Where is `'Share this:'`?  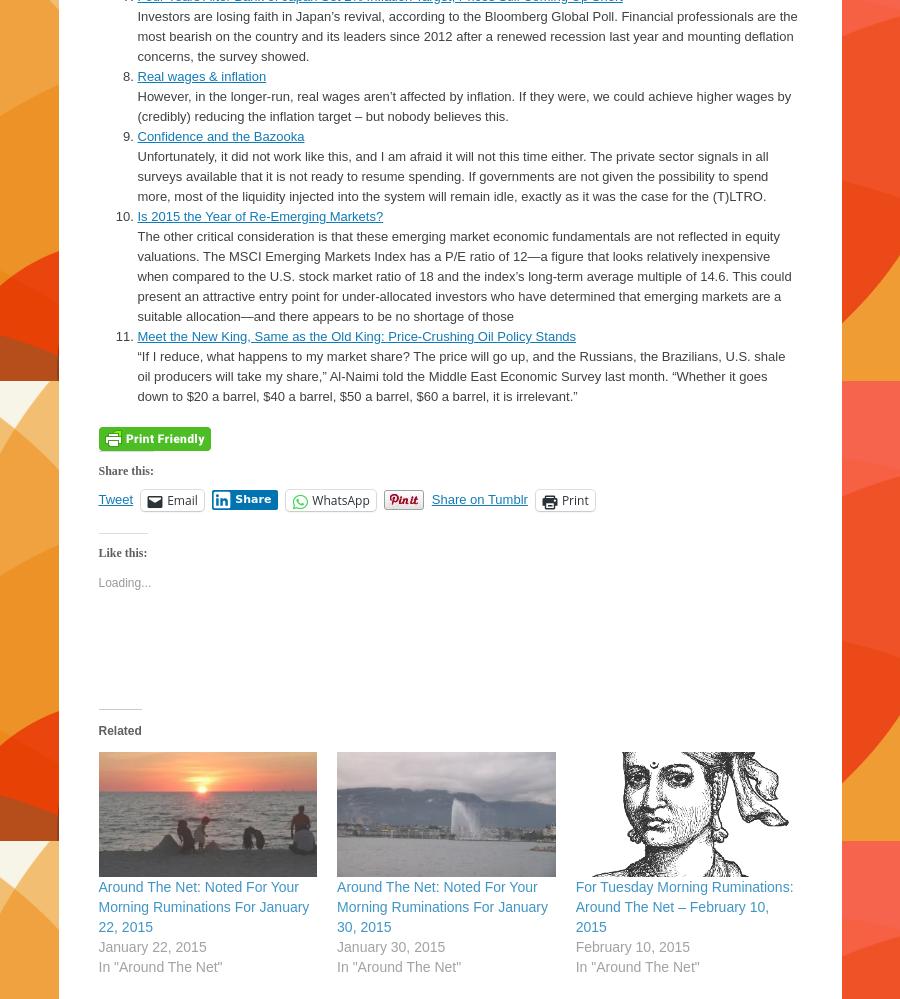
'Share this:' is located at coordinates (125, 471).